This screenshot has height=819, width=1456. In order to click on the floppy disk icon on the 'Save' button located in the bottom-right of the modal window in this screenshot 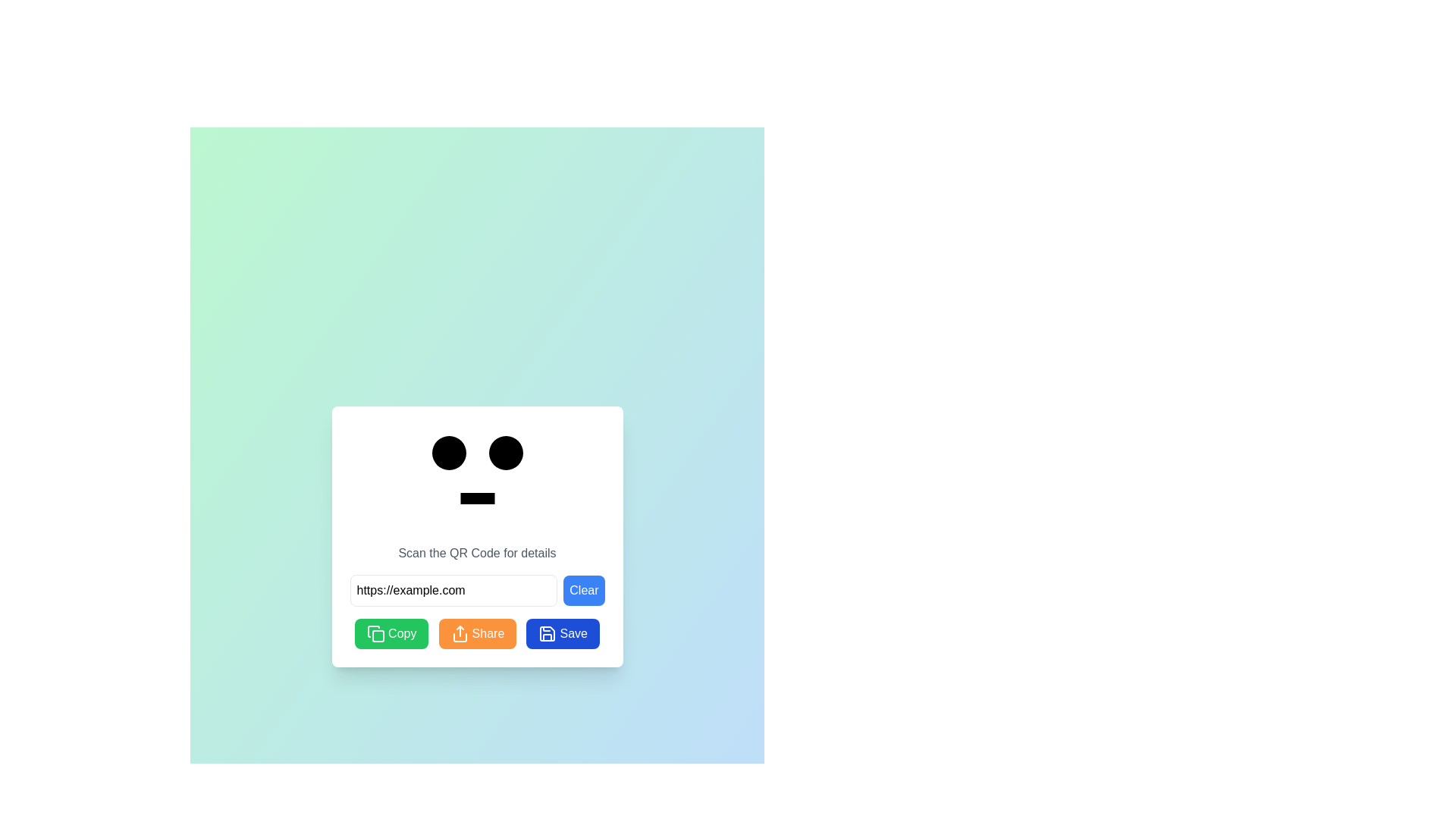, I will do `click(547, 634)`.